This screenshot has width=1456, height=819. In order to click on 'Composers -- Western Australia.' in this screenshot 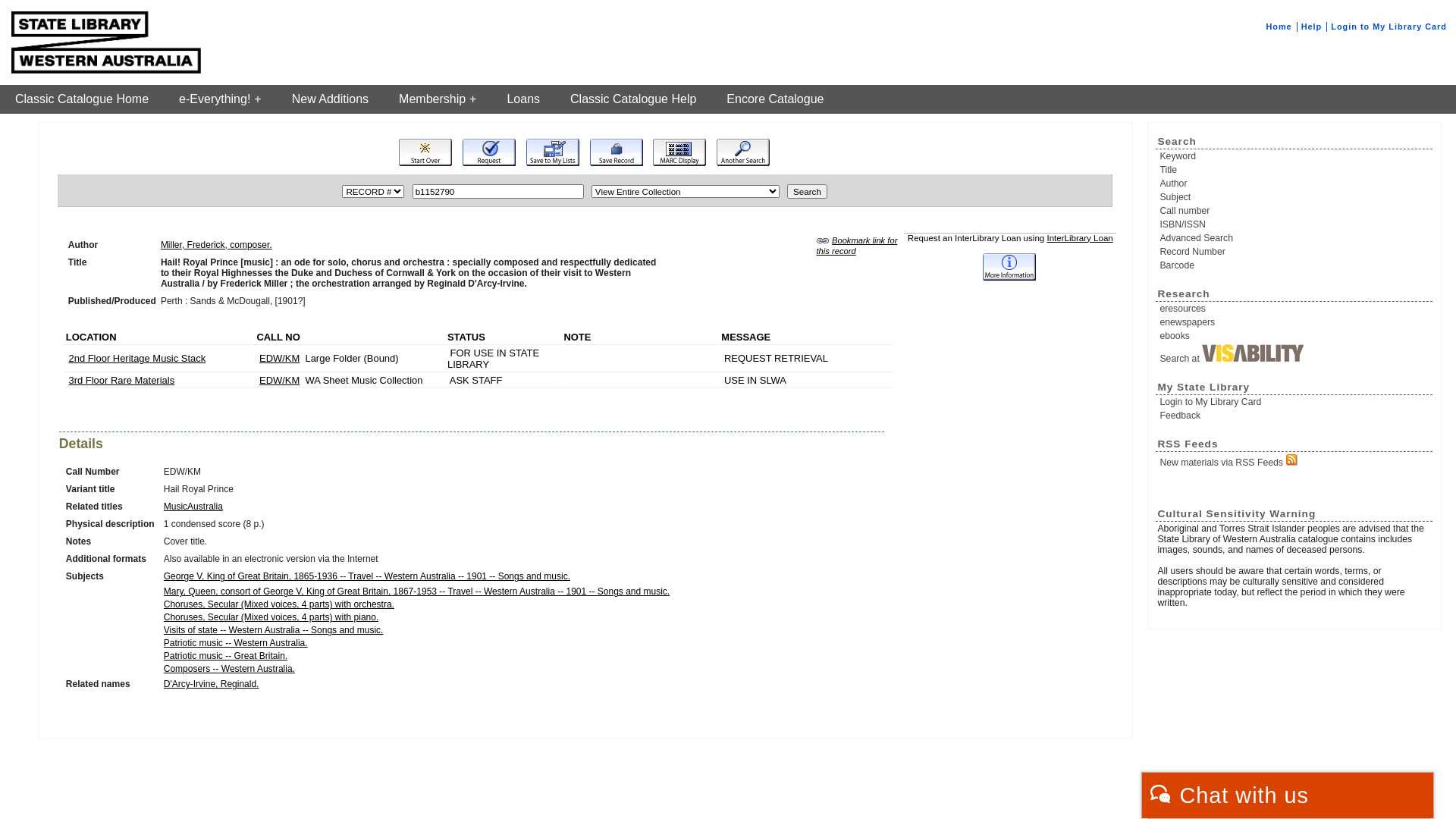, I will do `click(228, 668)`.